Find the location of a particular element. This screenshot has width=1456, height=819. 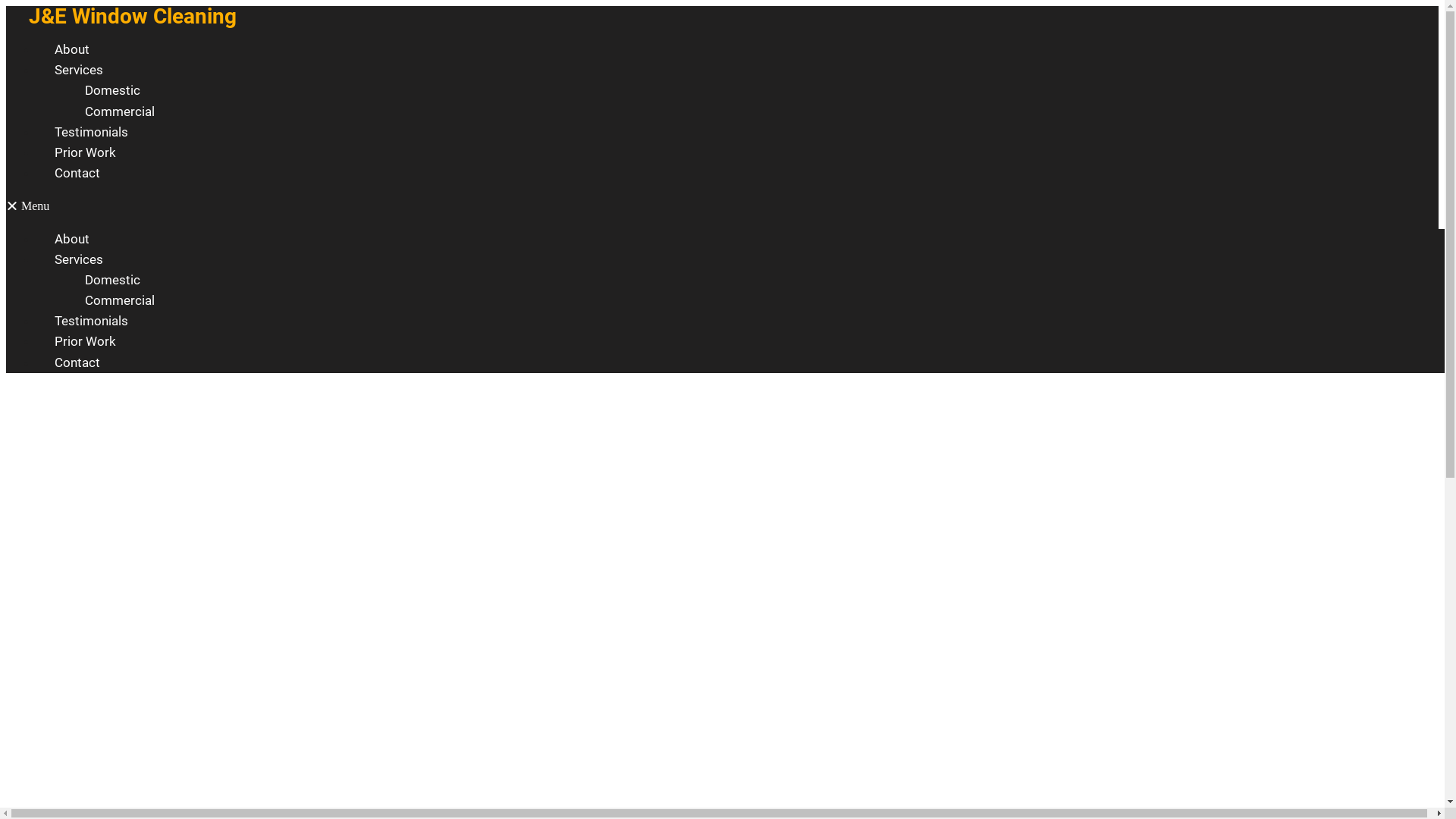

'About' is located at coordinates (71, 49).